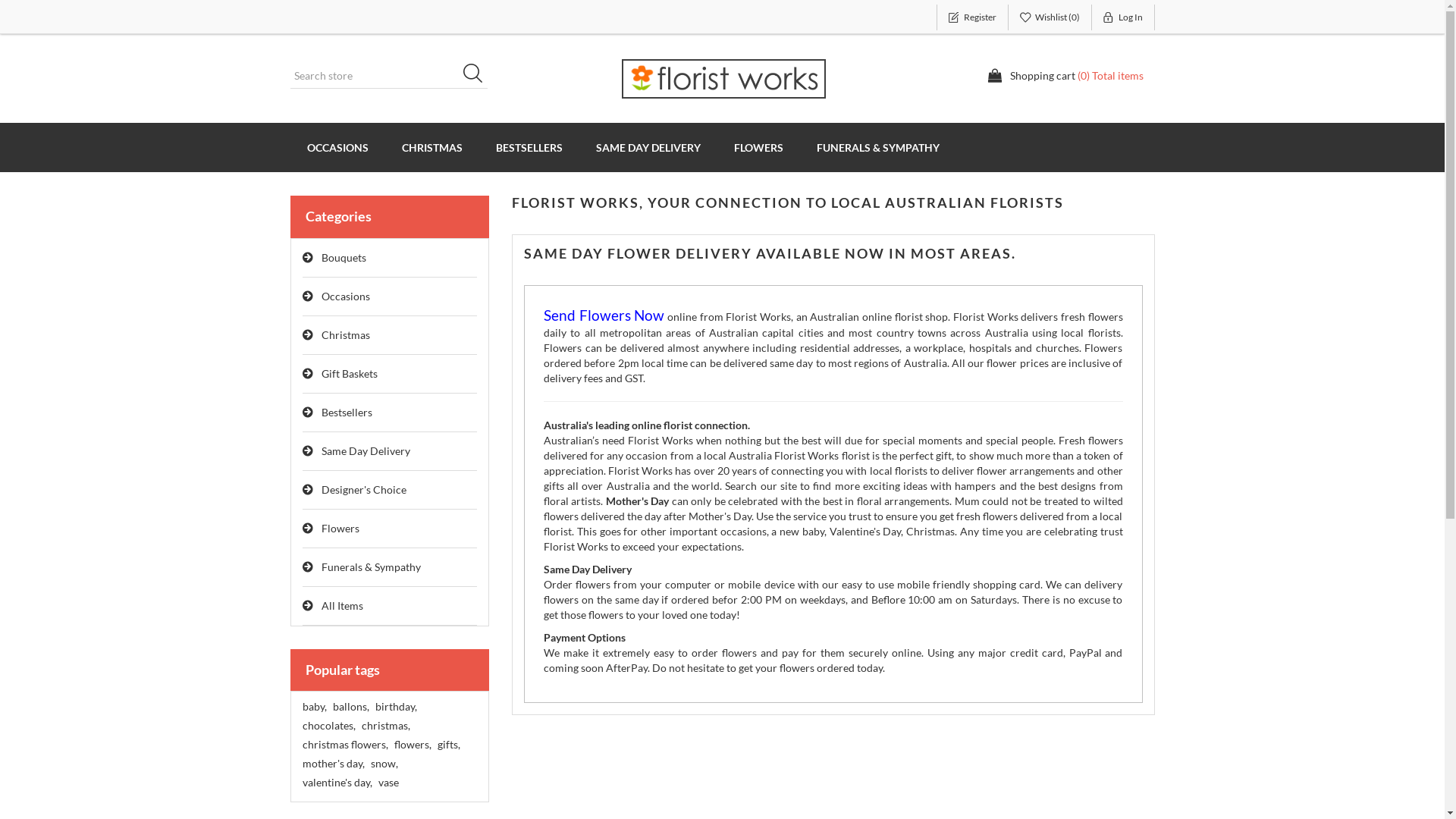  I want to click on 'chocolates,', so click(327, 724).